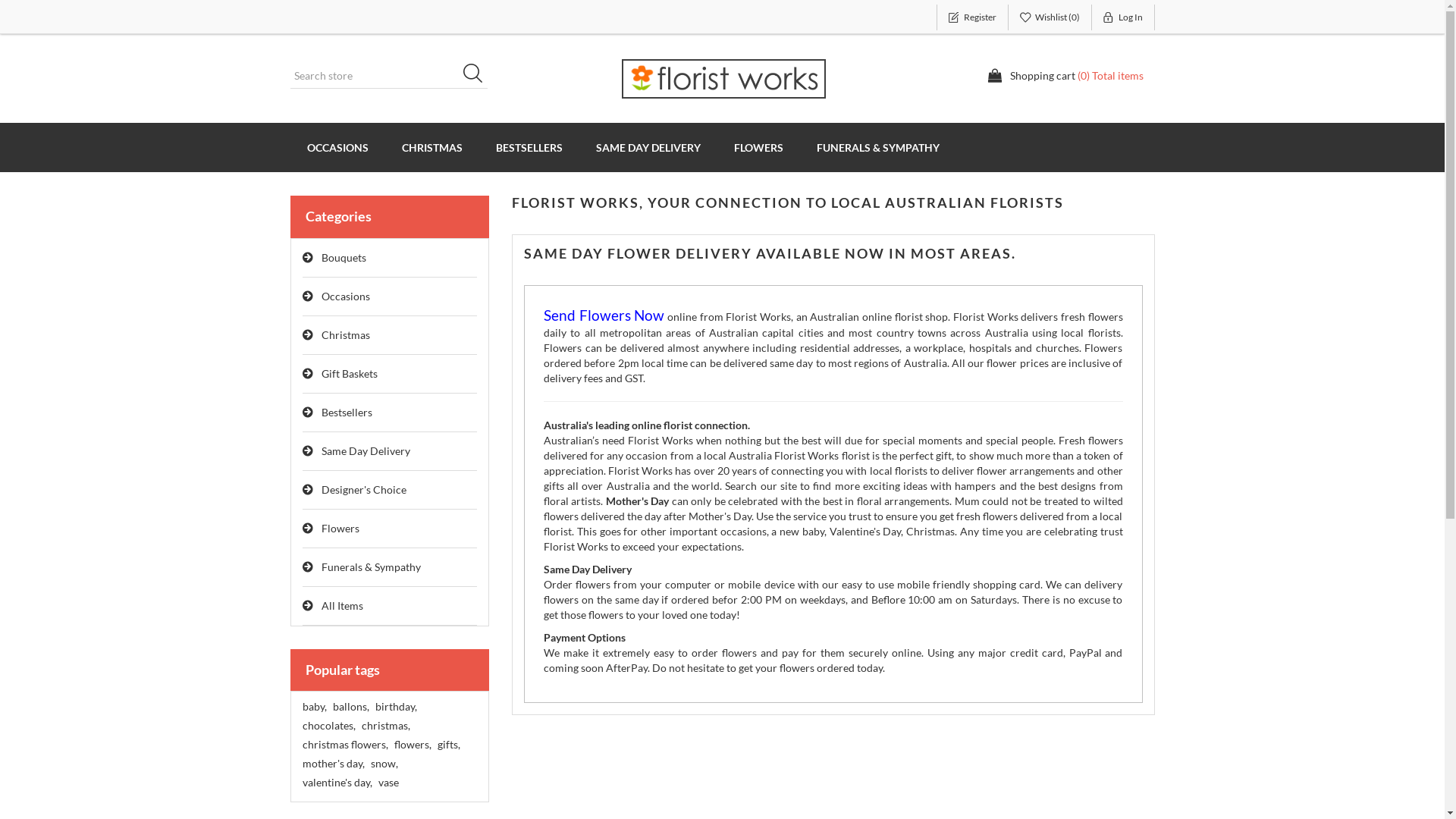  I want to click on 'chocolates,', so click(327, 724).